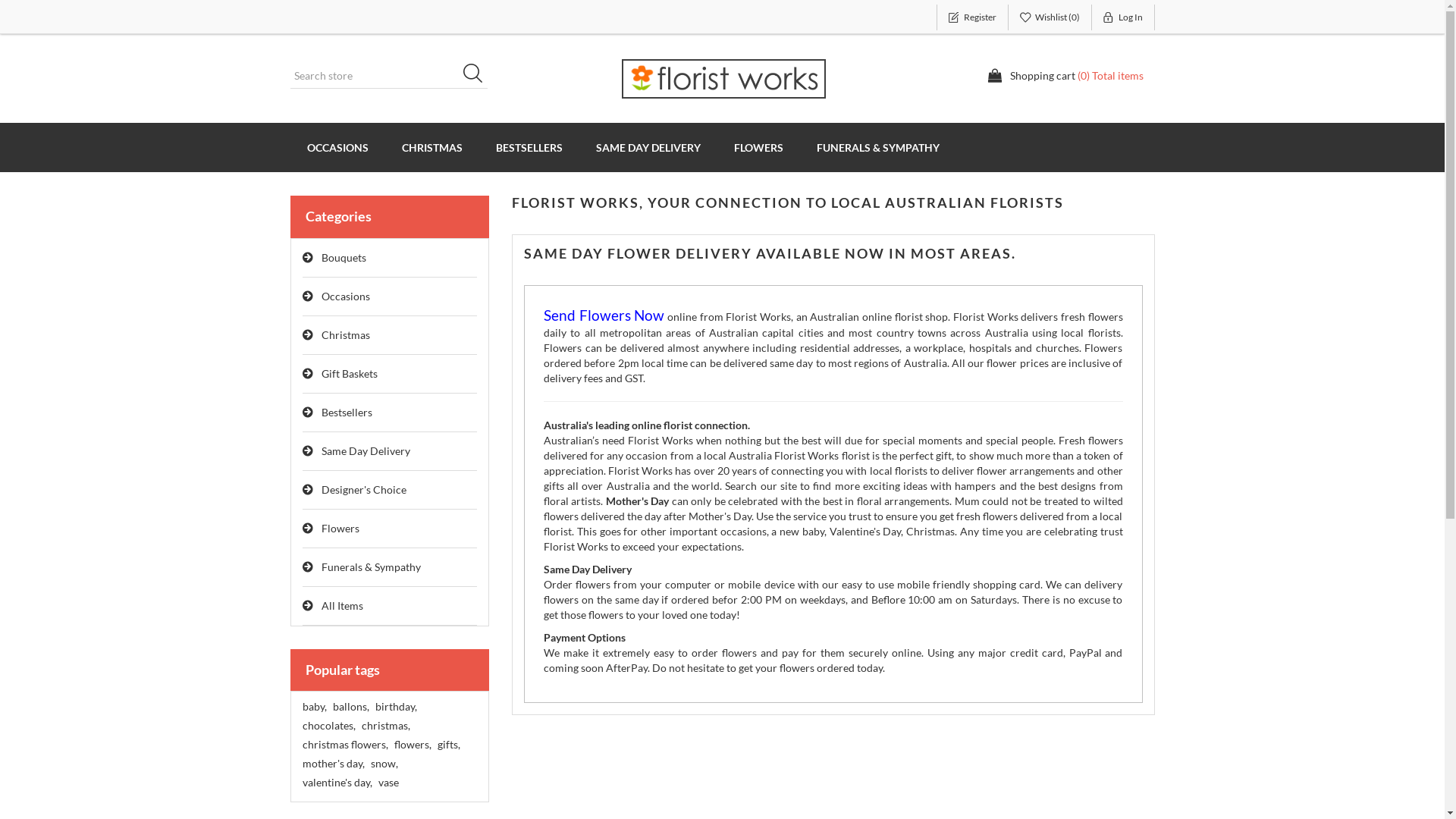  I want to click on 'chocolates,', so click(327, 724).